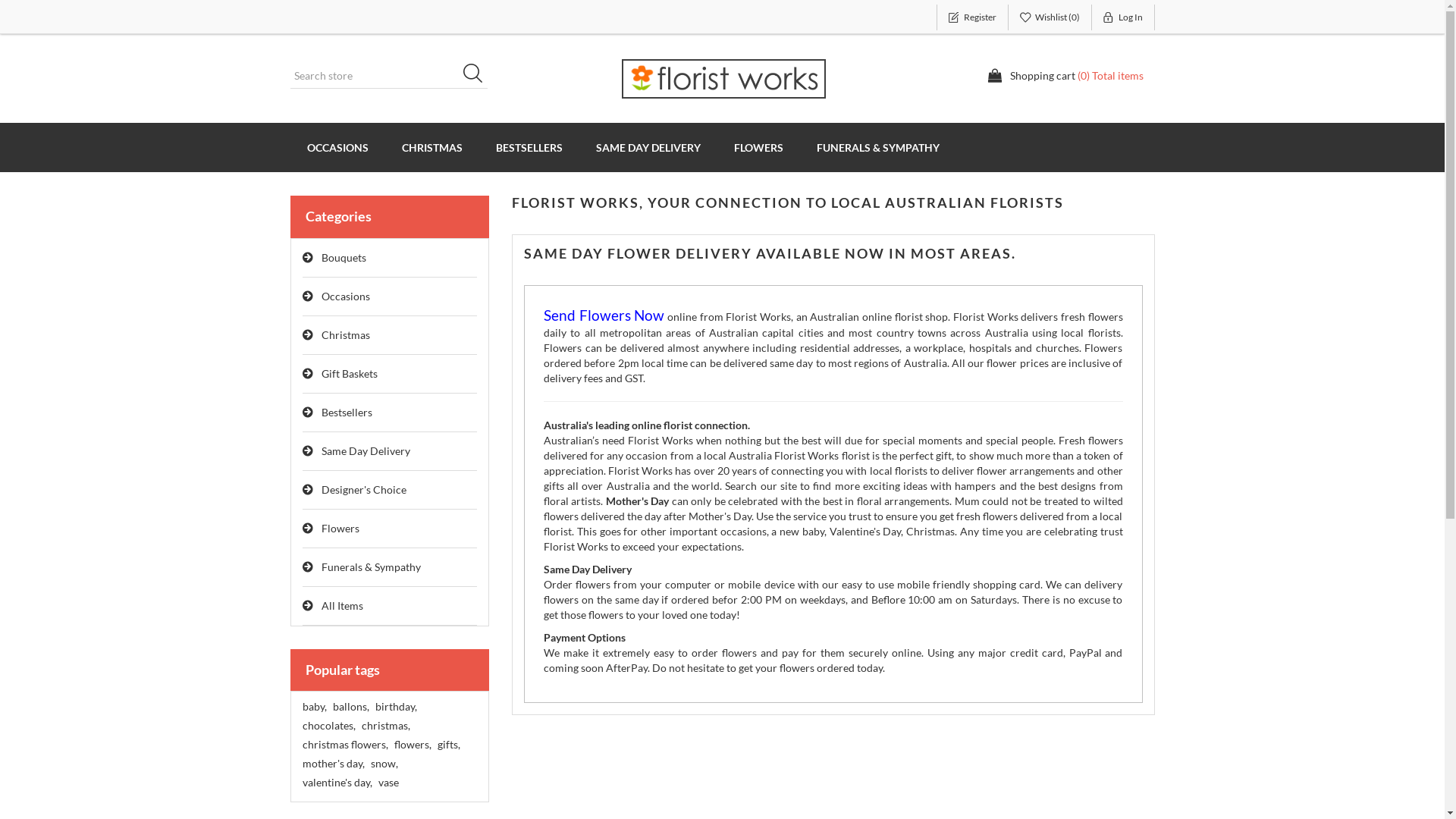  I want to click on 'chocolates,', so click(327, 724).